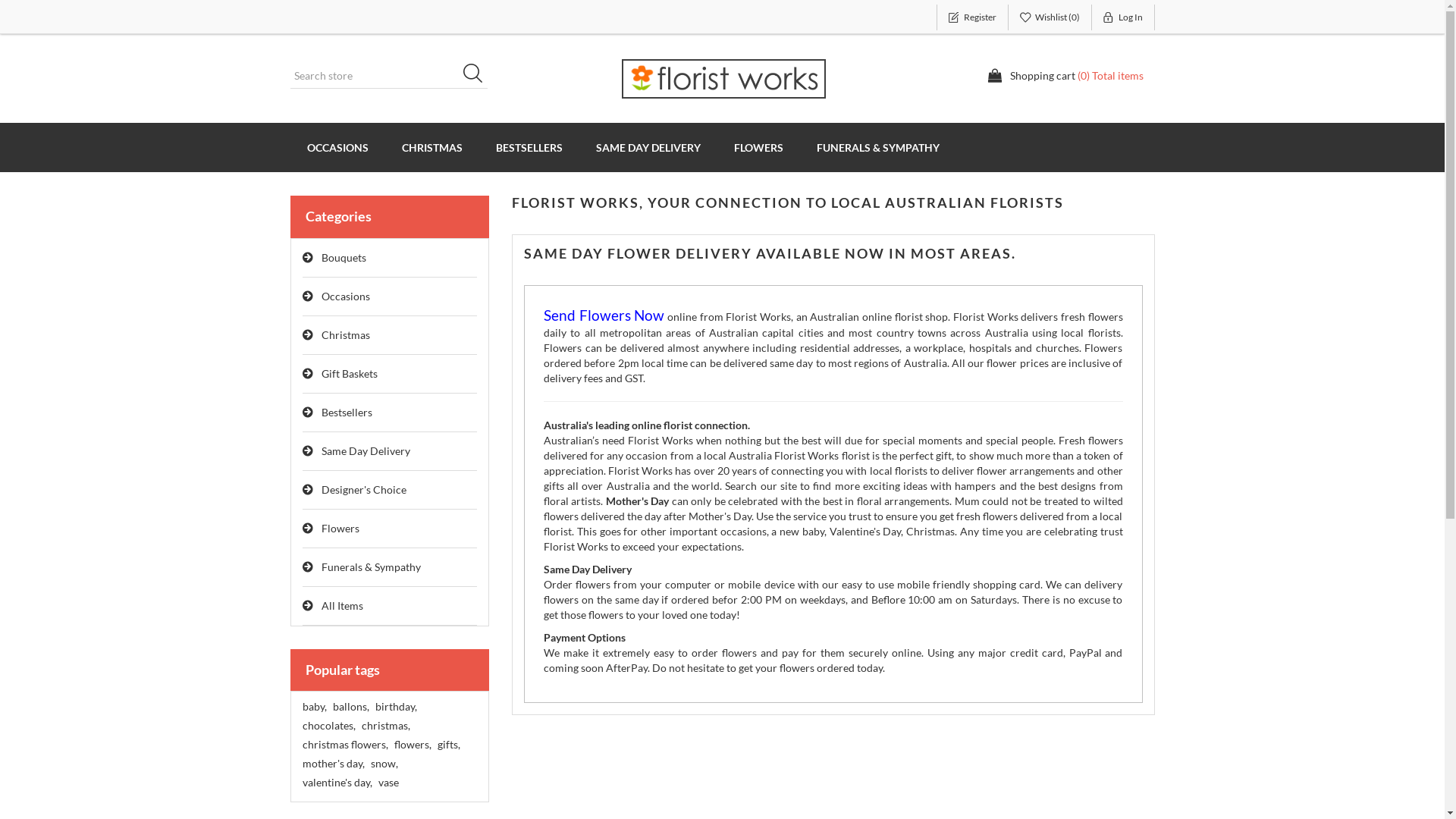  I want to click on 'chocolates,', so click(327, 724).